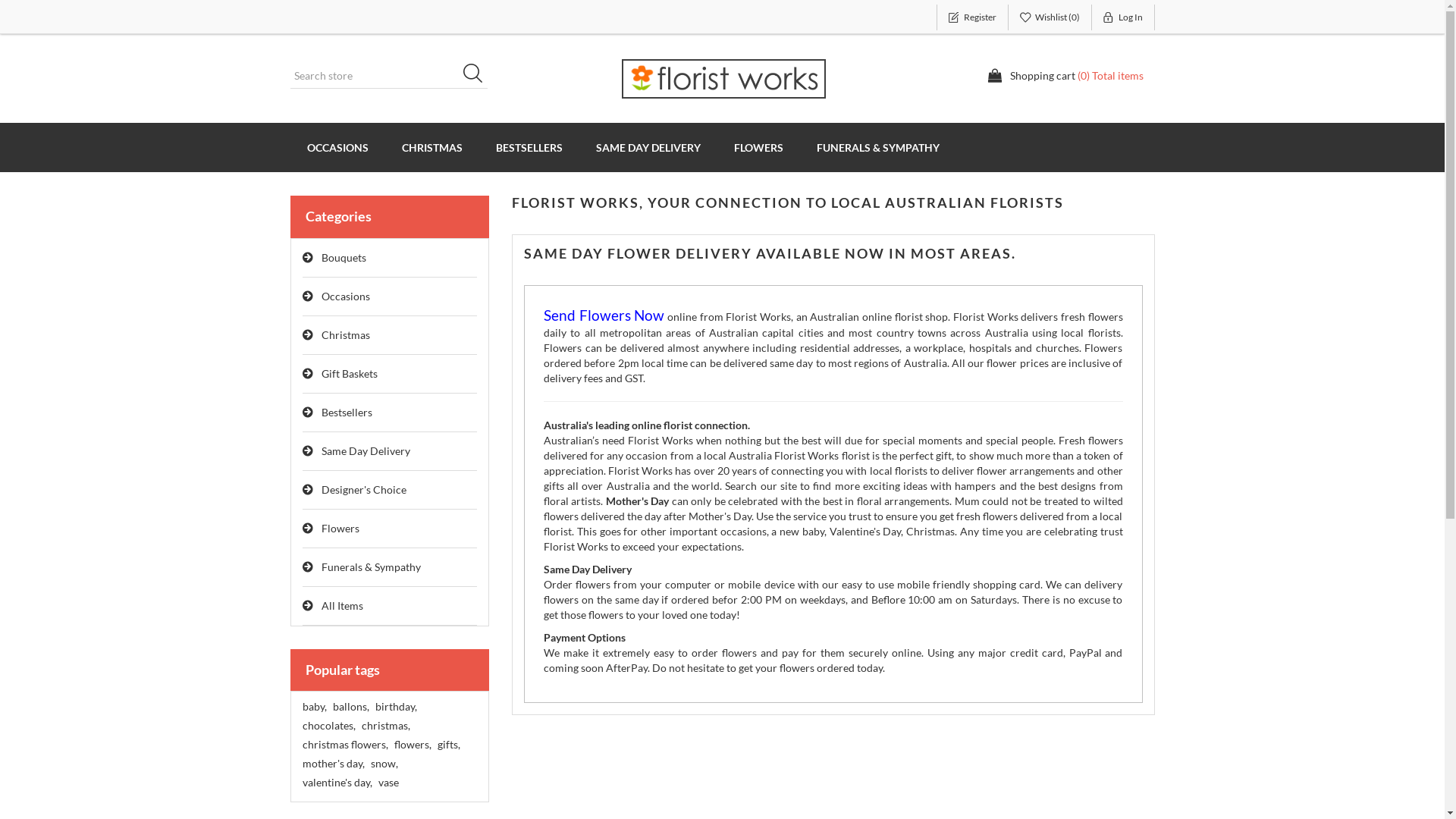  I want to click on 'chocolates,', so click(327, 724).